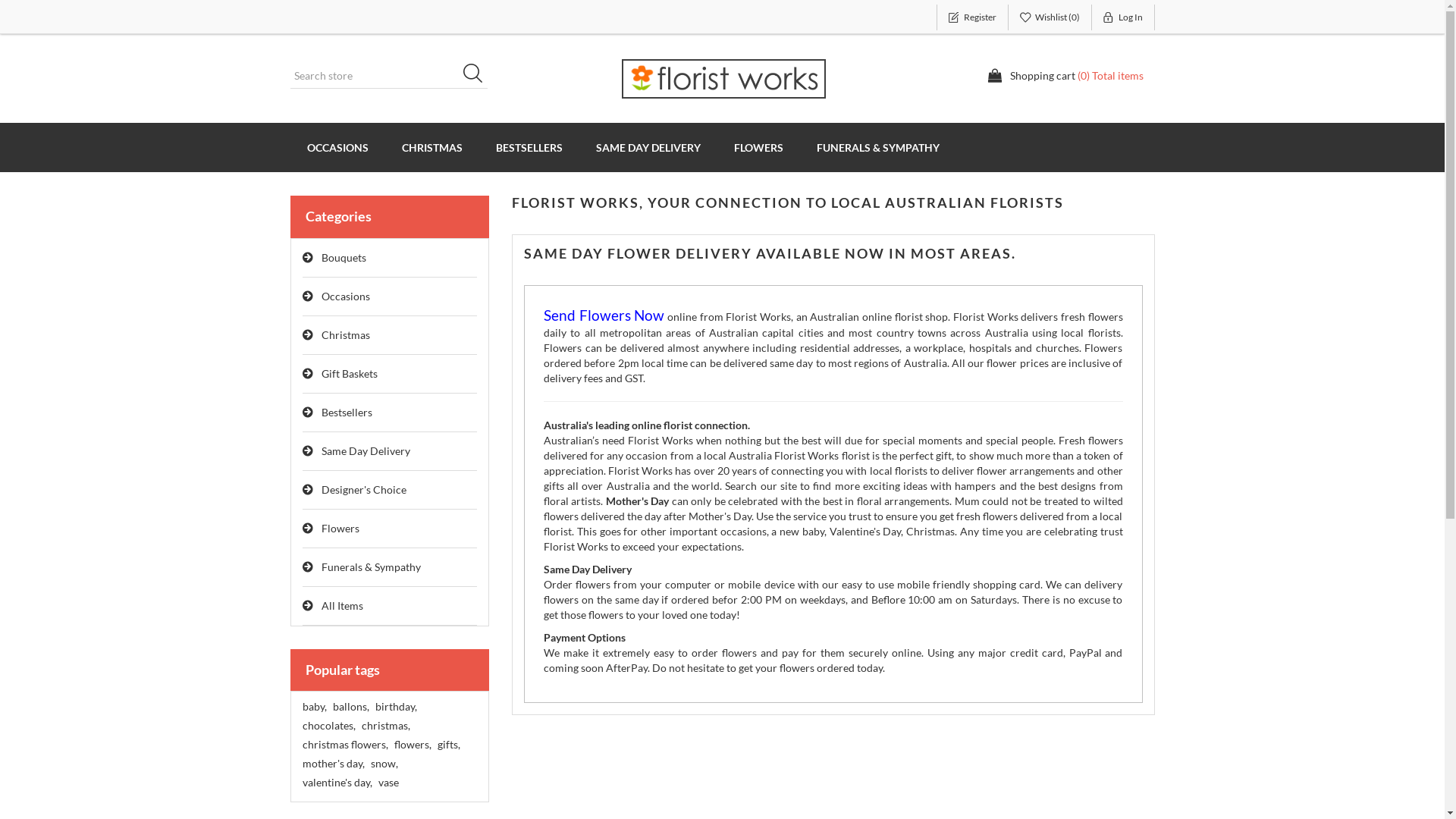  I want to click on 'chocolates,', so click(327, 724).